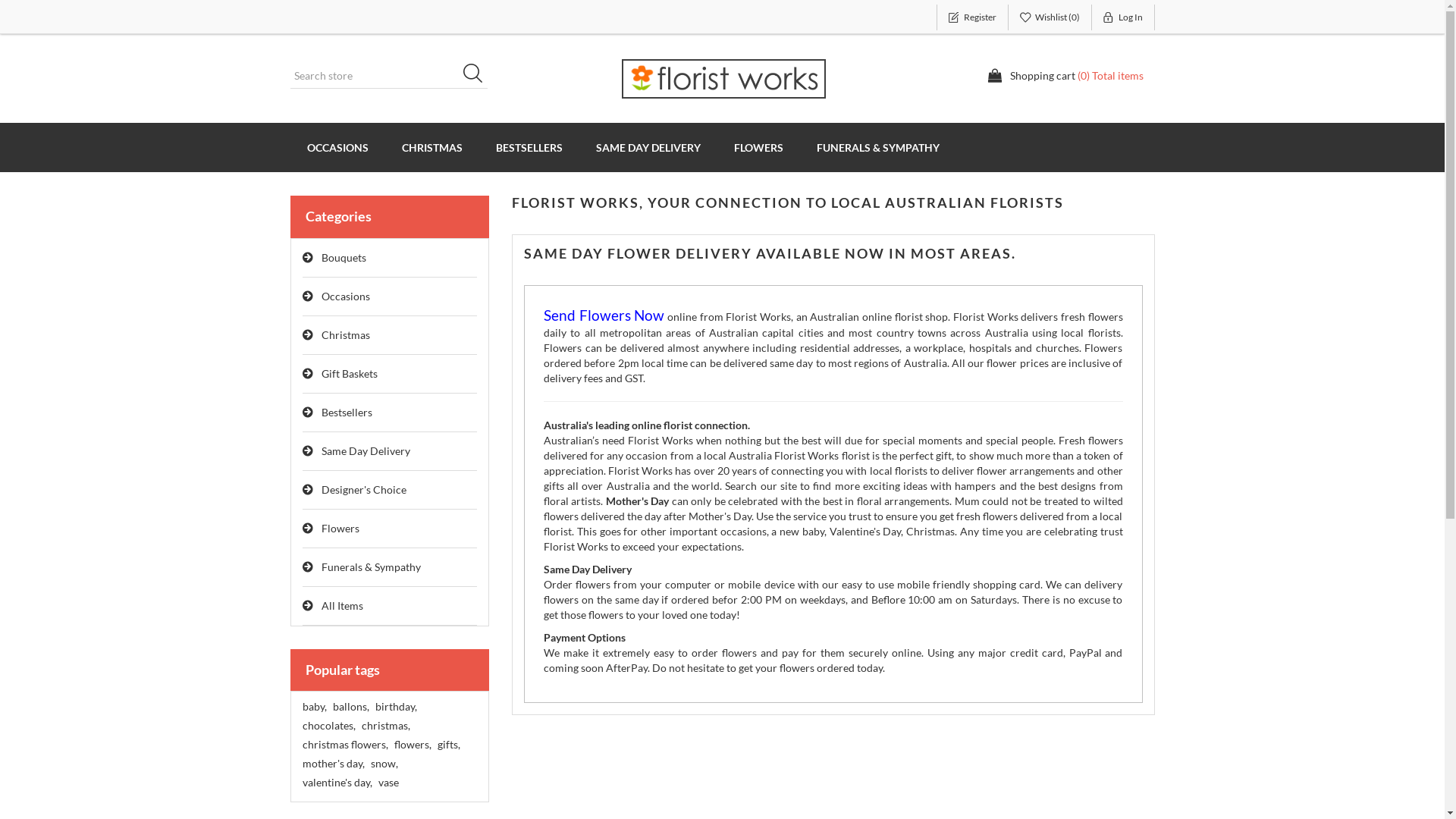  I want to click on 'chocolates,', so click(327, 724).